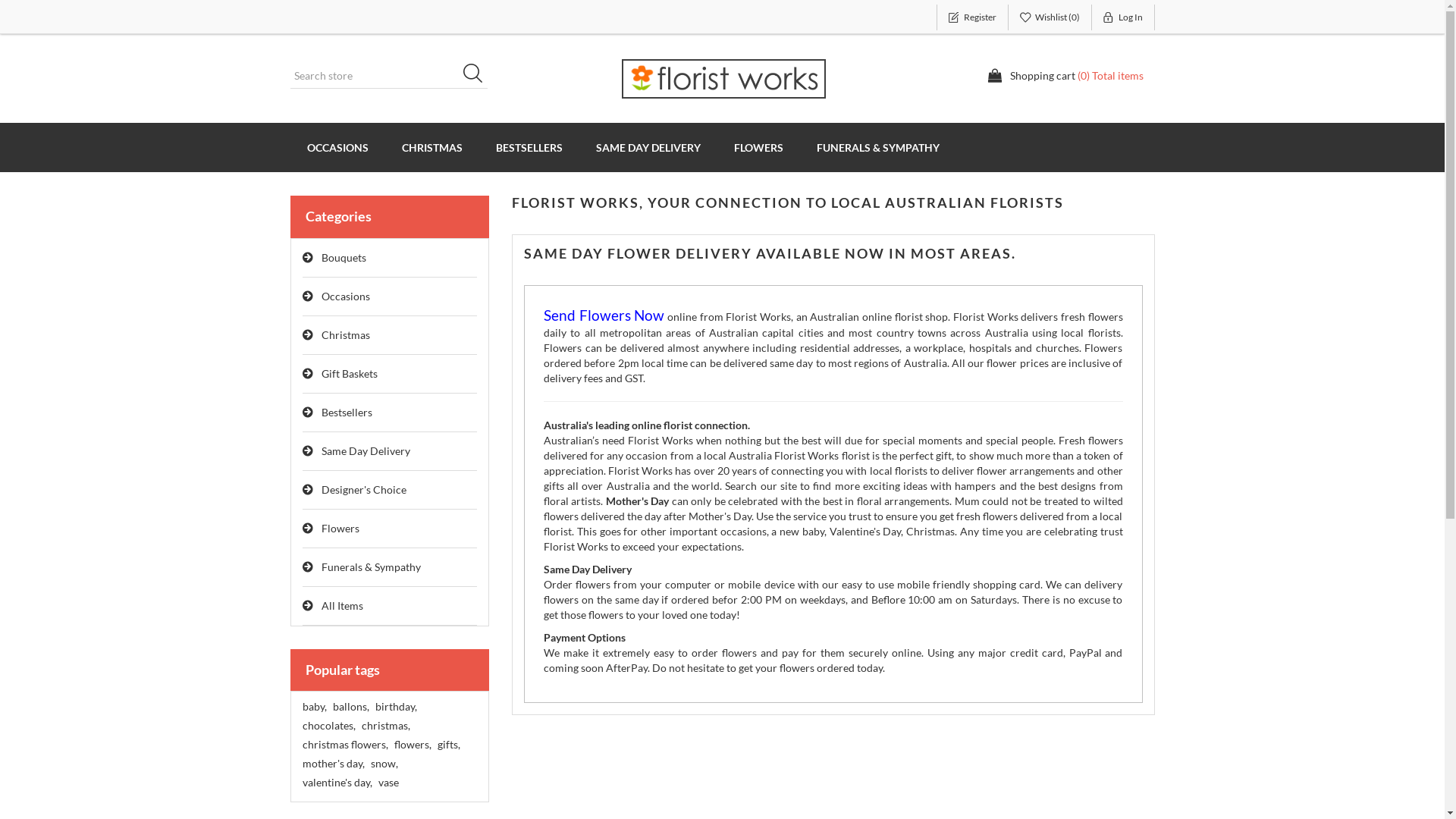  I want to click on 'chocolates,', so click(327, 724).